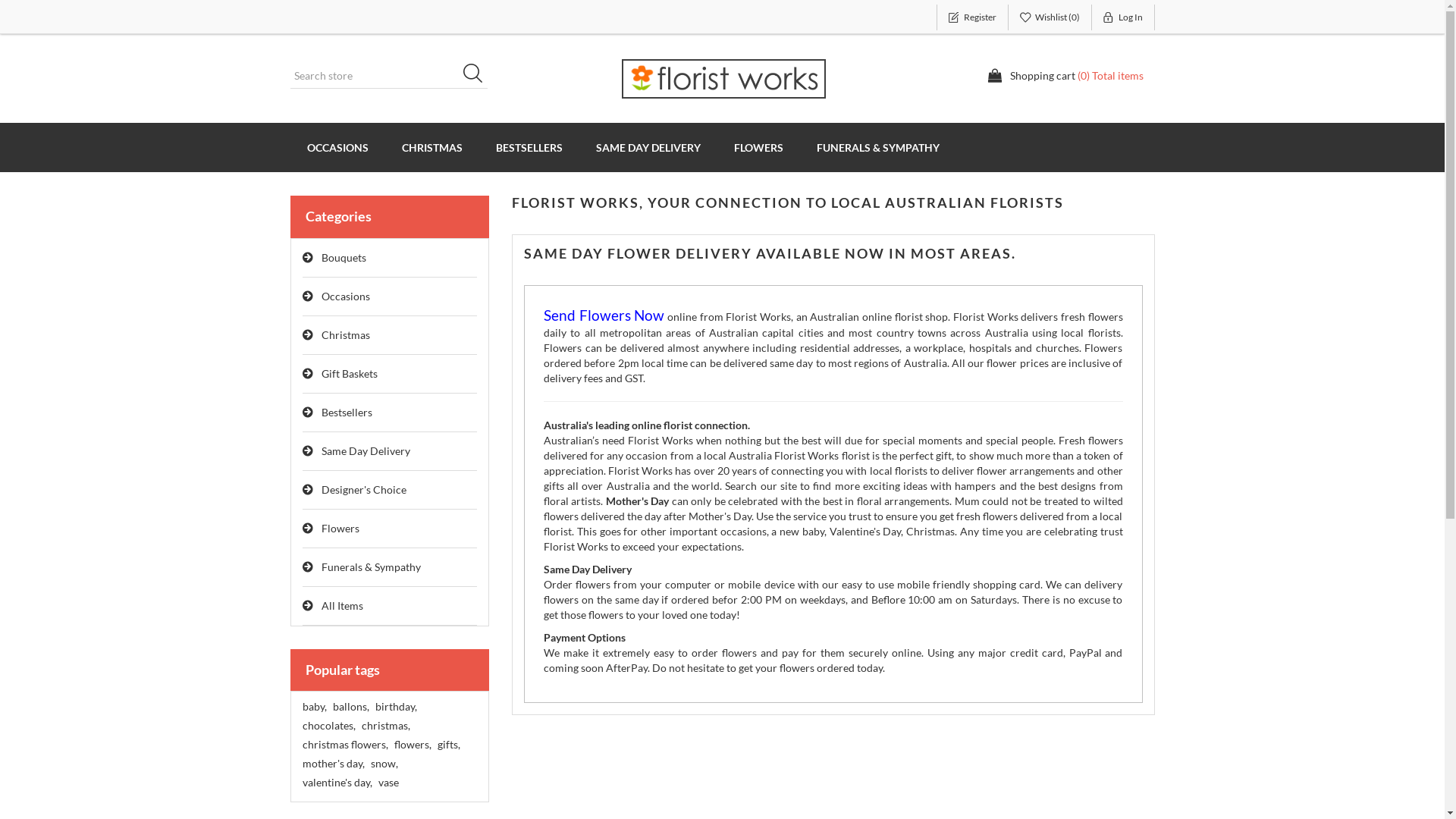  I want to click on 'chocolates,', so click(327, 724).